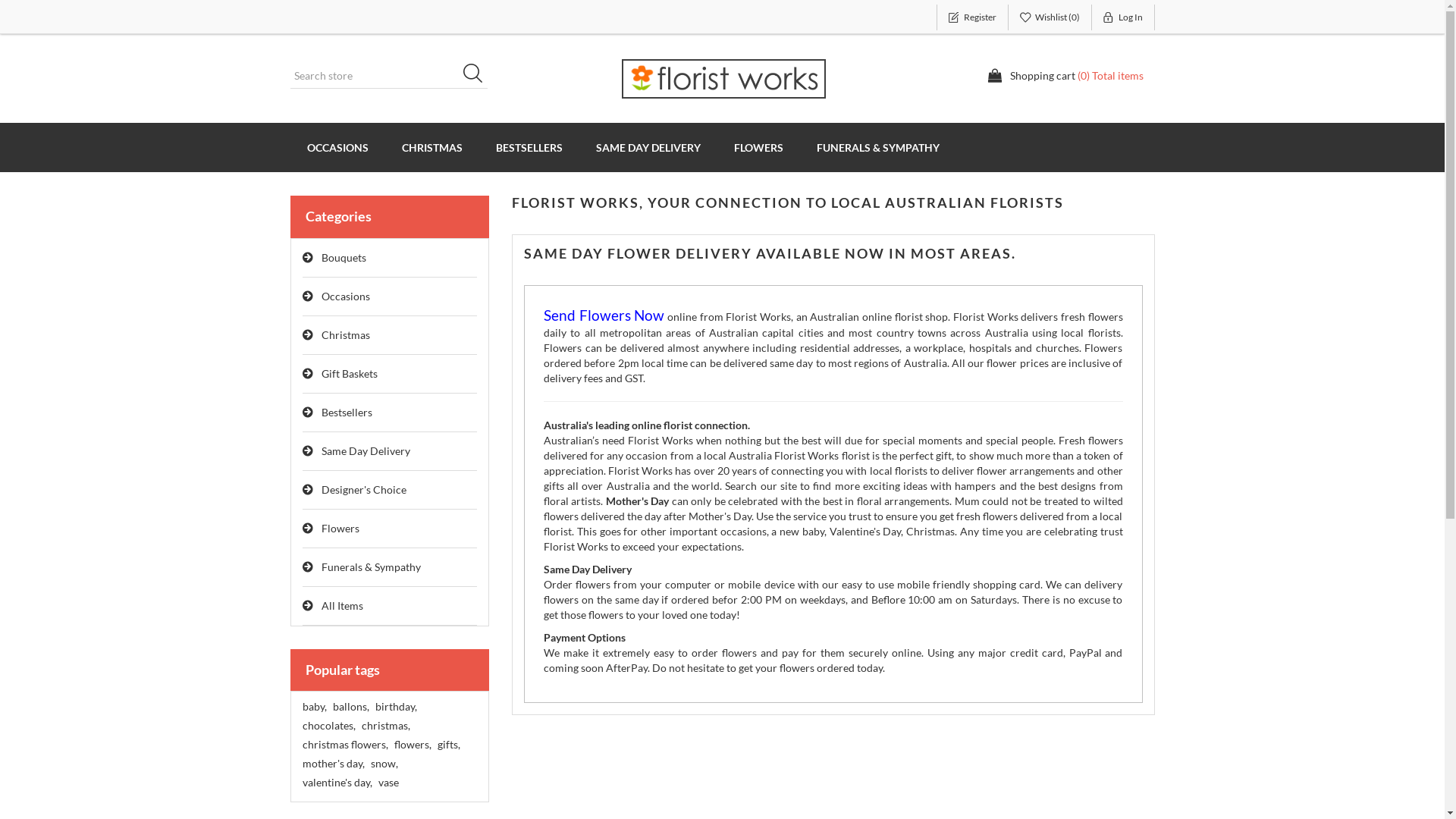  I want to click on 'chocolates,', so click(327, 724).